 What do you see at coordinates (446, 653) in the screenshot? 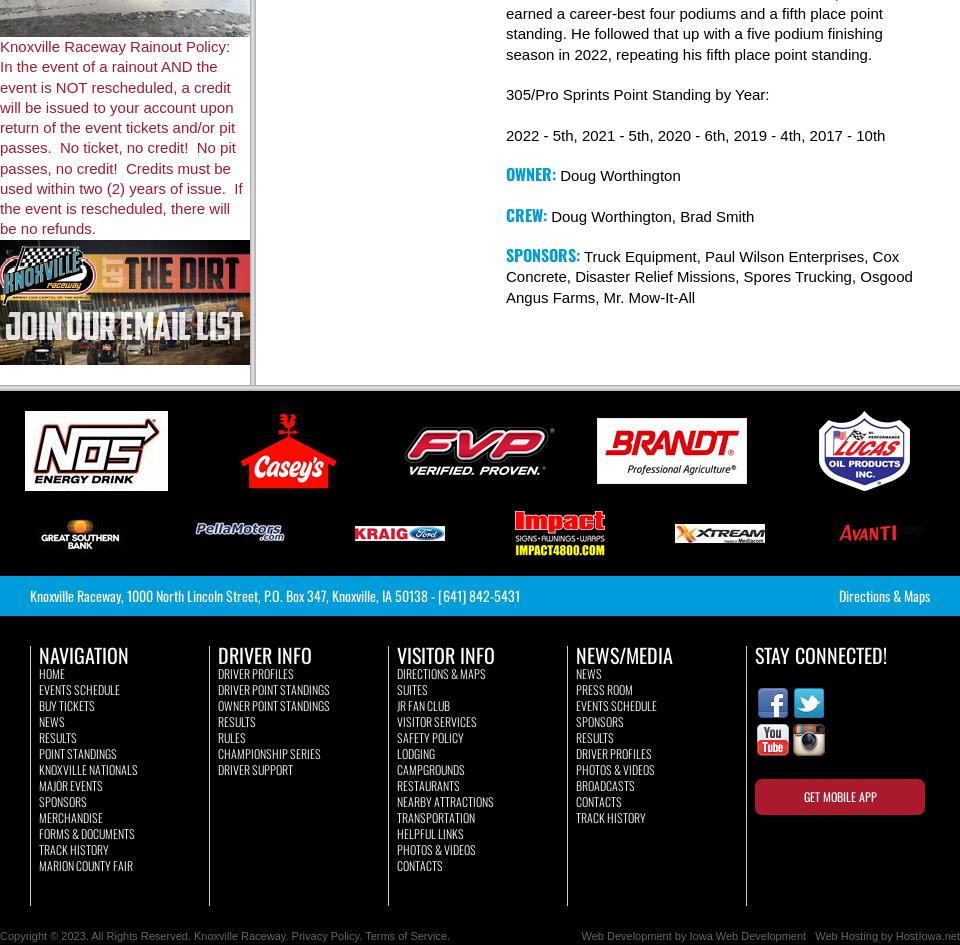
I see `'Visitor Info'` at bounding box center [446, 653].